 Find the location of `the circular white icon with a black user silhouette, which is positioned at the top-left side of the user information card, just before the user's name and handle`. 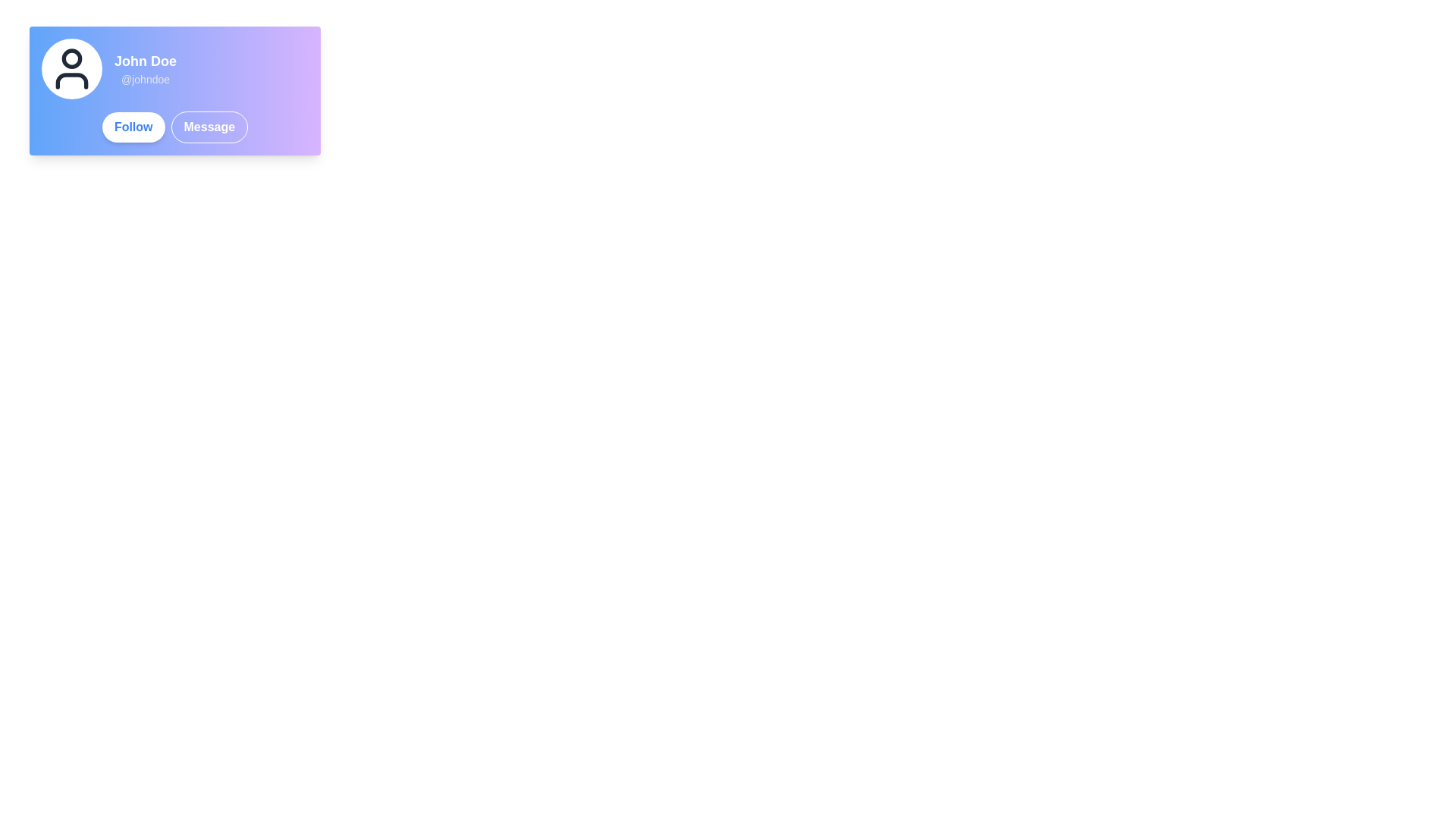

the circular white icon with a black user silhouette, which is positioned at the top-left side of the user information card, just before the user's name and handle is located at coordinates (71, 69).